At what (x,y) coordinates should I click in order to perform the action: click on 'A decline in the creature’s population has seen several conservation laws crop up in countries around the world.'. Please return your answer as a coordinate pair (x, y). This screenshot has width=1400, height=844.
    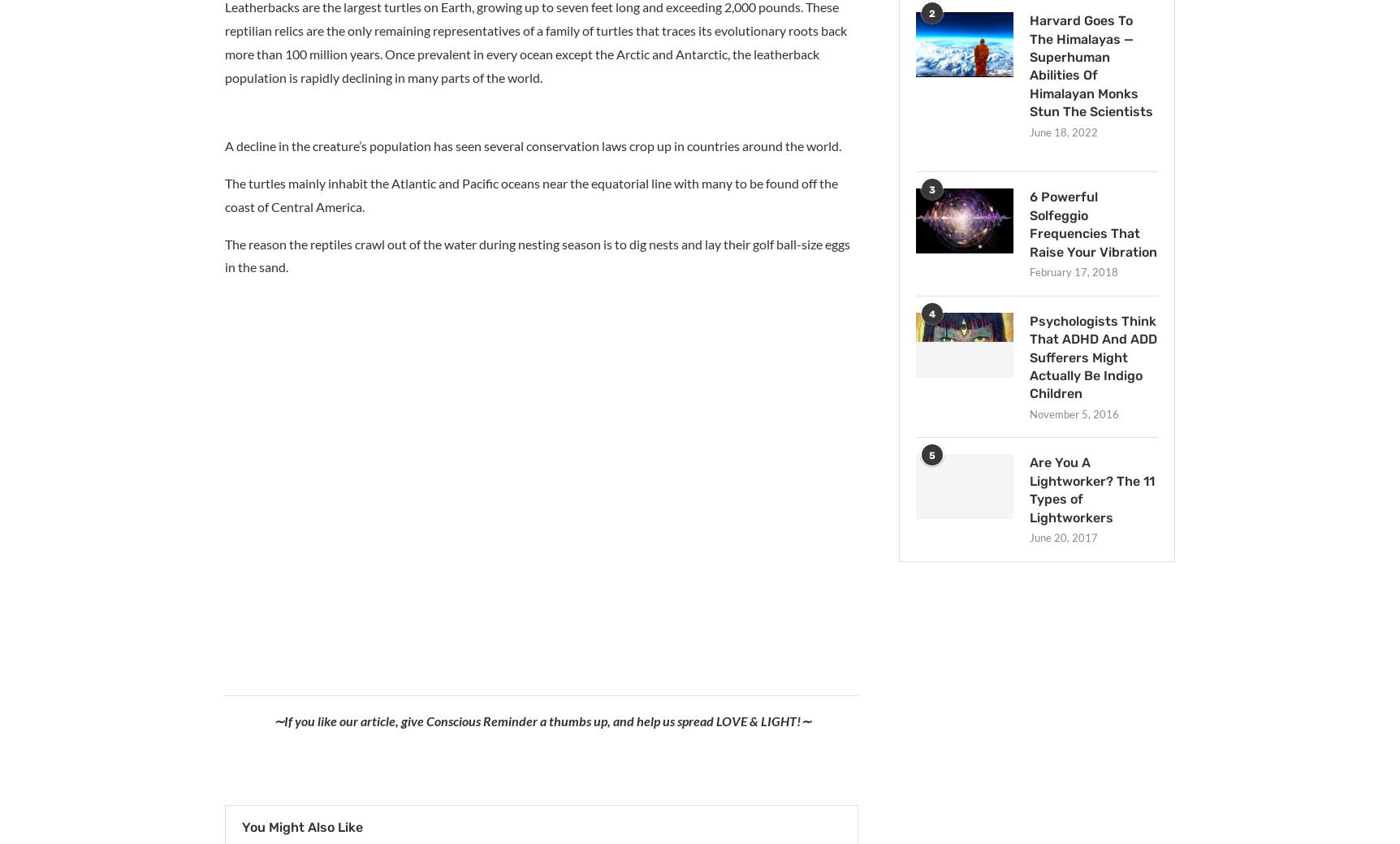
    Looking at the image, I should click on (532, 145).